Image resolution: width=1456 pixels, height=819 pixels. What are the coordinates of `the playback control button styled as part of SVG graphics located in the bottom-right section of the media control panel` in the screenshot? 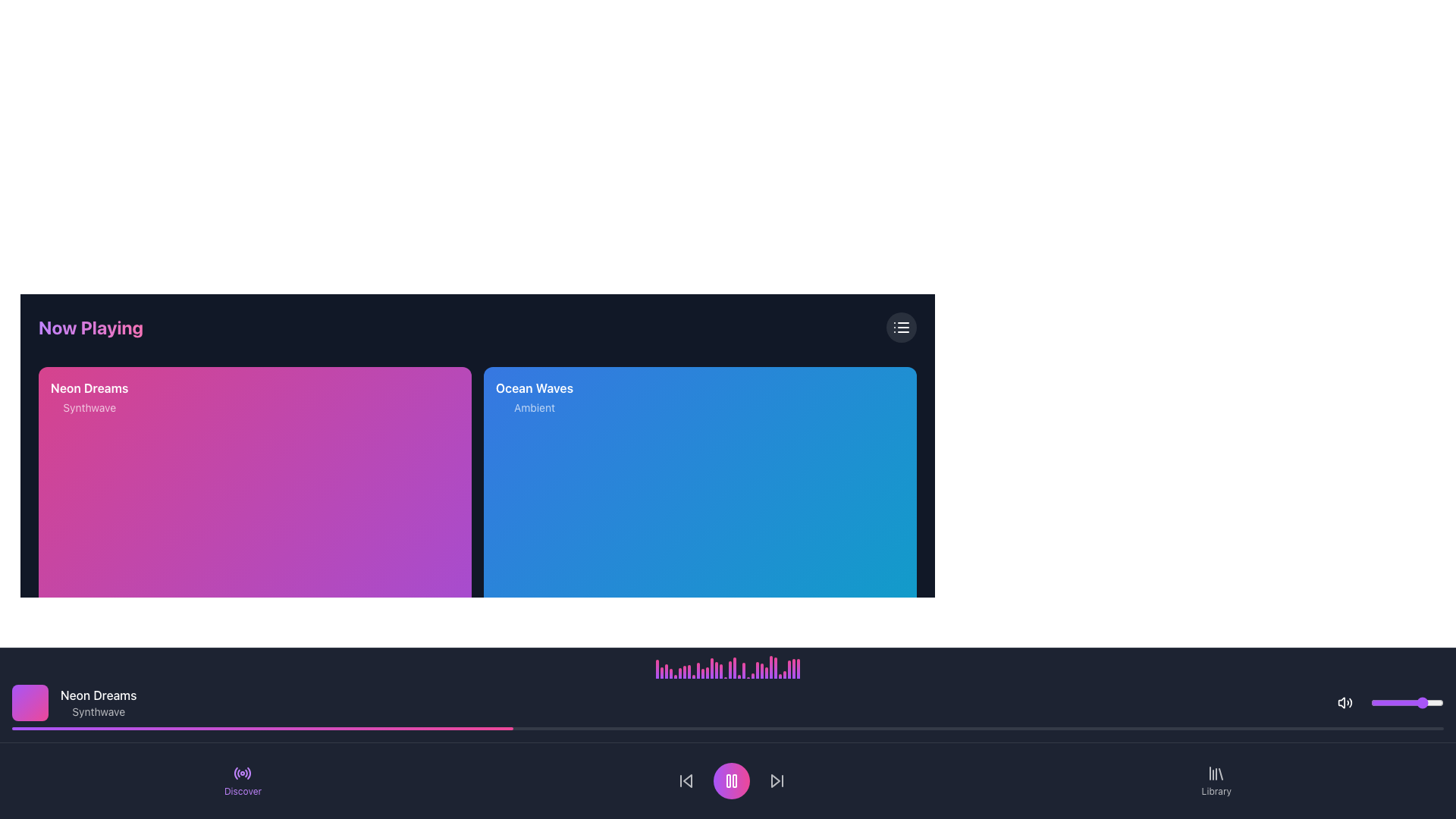 It's located at (888, 771).